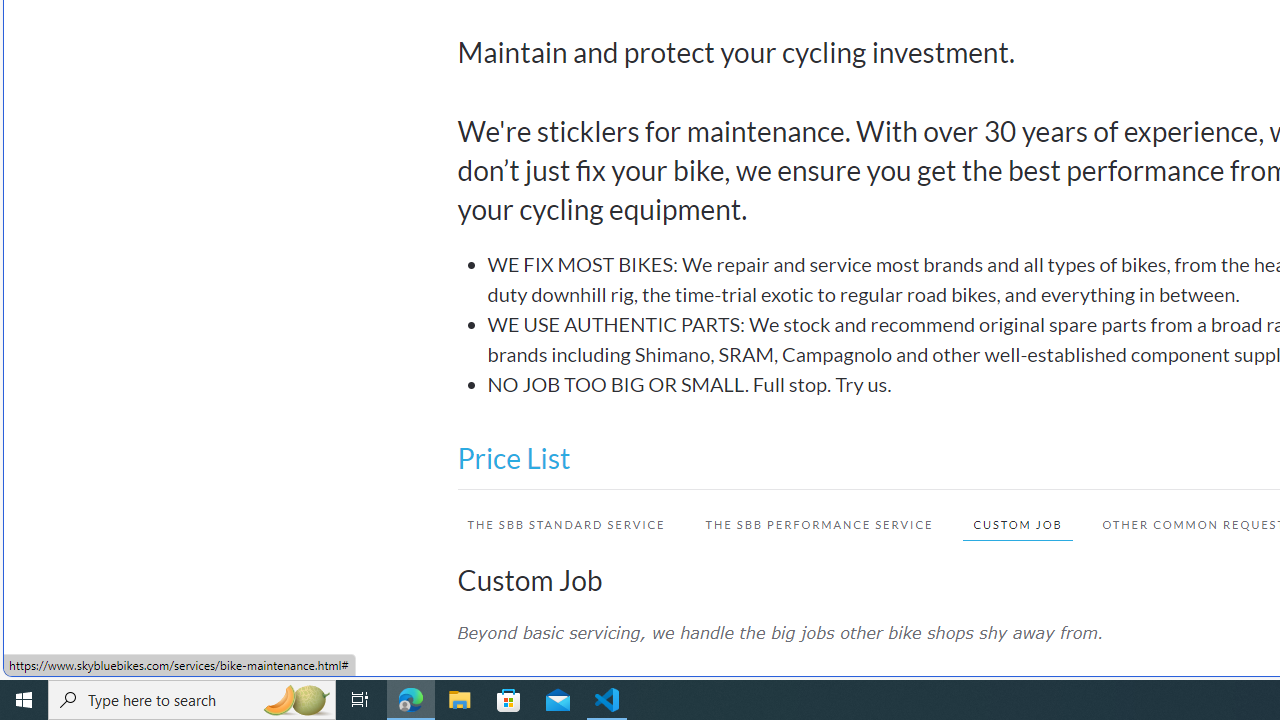  Describe the element at coordinates (1017, 523) in the screenshot. I see `'CUSTOM JOB'` at that location.